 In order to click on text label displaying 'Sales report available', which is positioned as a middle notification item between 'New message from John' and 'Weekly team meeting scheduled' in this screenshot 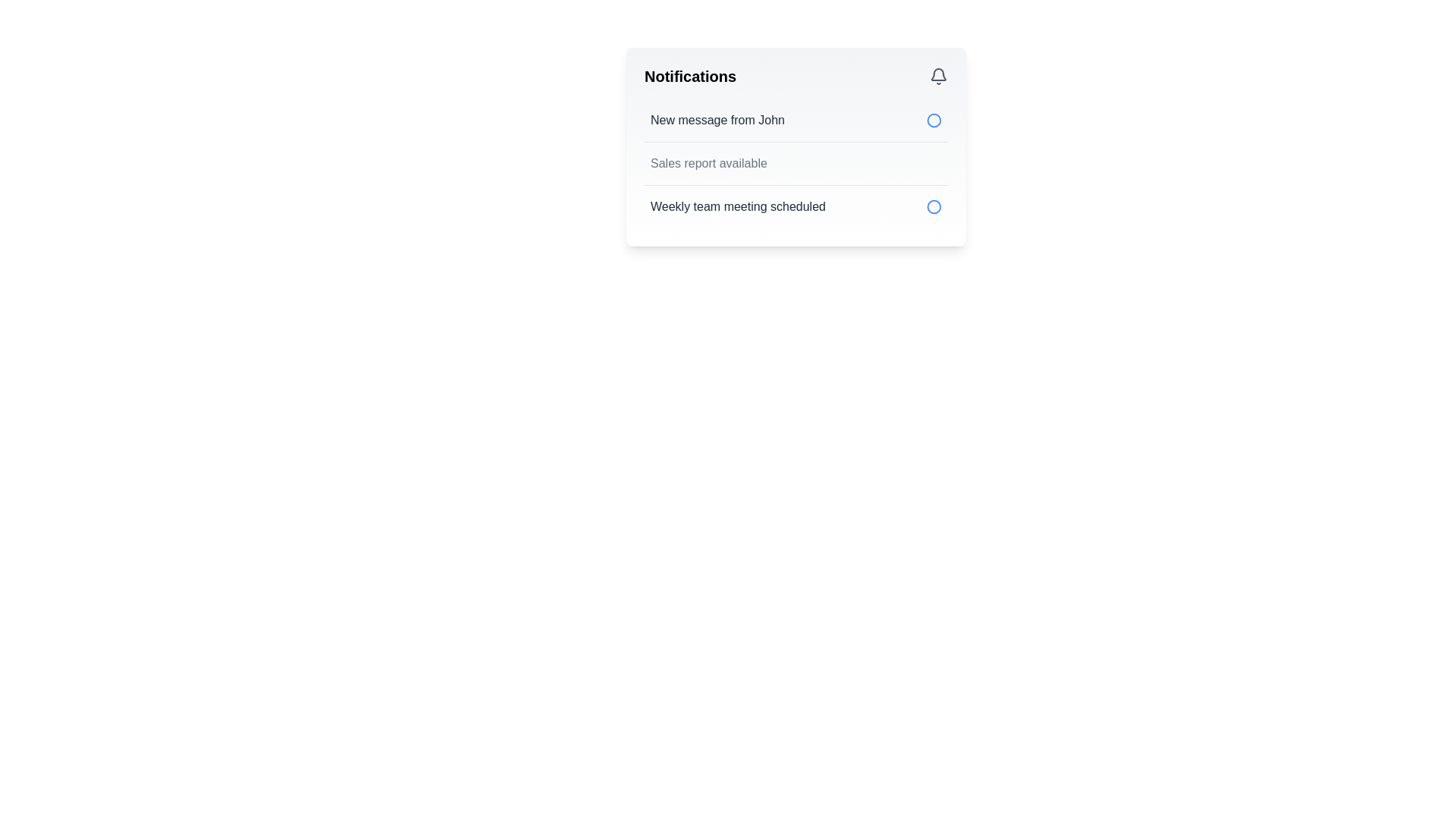, I will do `click(708, 164)`.